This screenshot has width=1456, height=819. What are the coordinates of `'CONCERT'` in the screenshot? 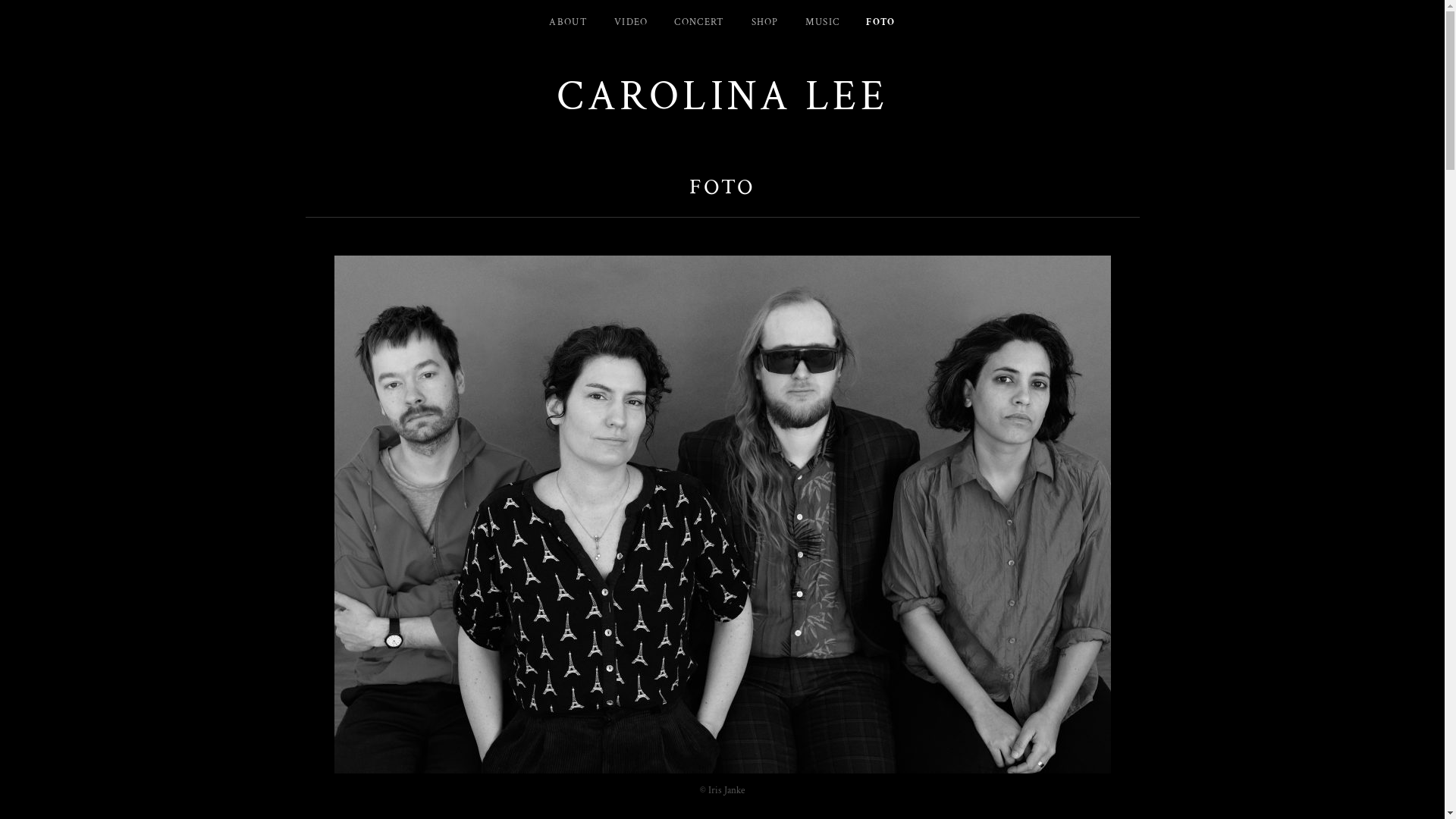 It's located at (698, 23).